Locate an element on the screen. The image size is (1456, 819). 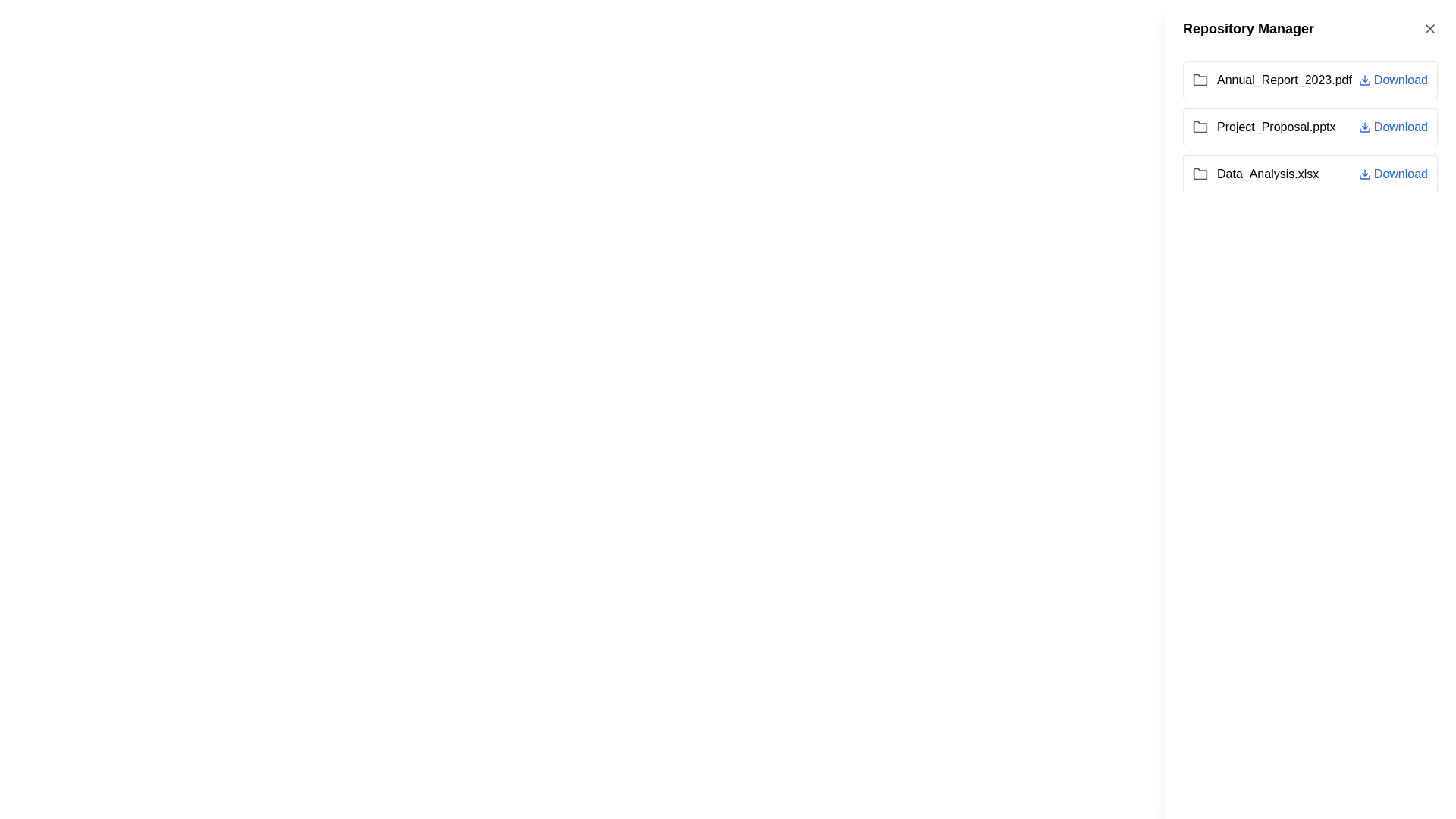
the text label displaying 'Data_Analysis.xlsx' is located at coordinates (1268, 174).